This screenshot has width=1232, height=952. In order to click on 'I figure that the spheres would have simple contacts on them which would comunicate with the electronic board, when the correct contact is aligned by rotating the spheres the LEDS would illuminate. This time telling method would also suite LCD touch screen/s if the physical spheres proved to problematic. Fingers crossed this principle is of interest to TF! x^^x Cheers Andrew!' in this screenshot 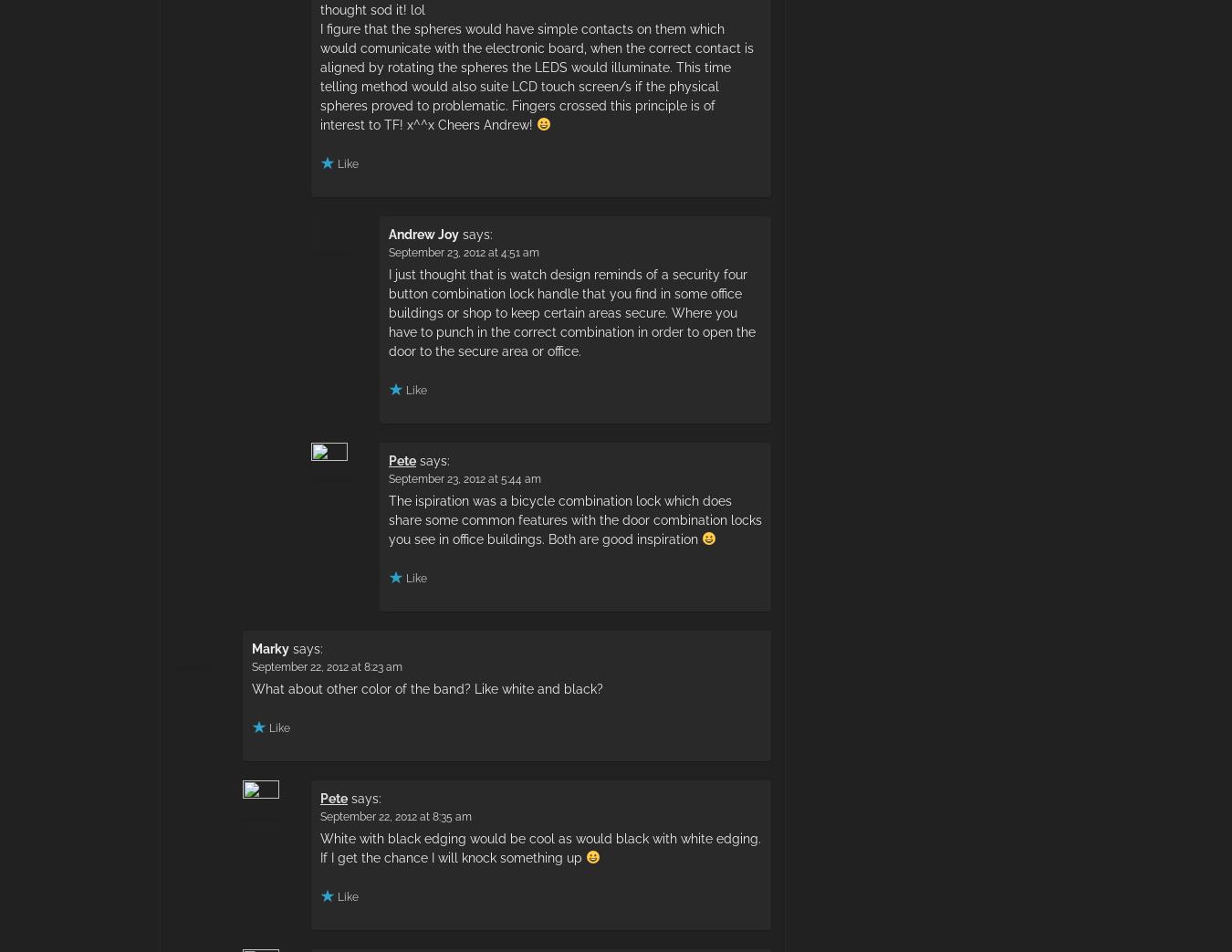, I will do `click(320, 76)`.